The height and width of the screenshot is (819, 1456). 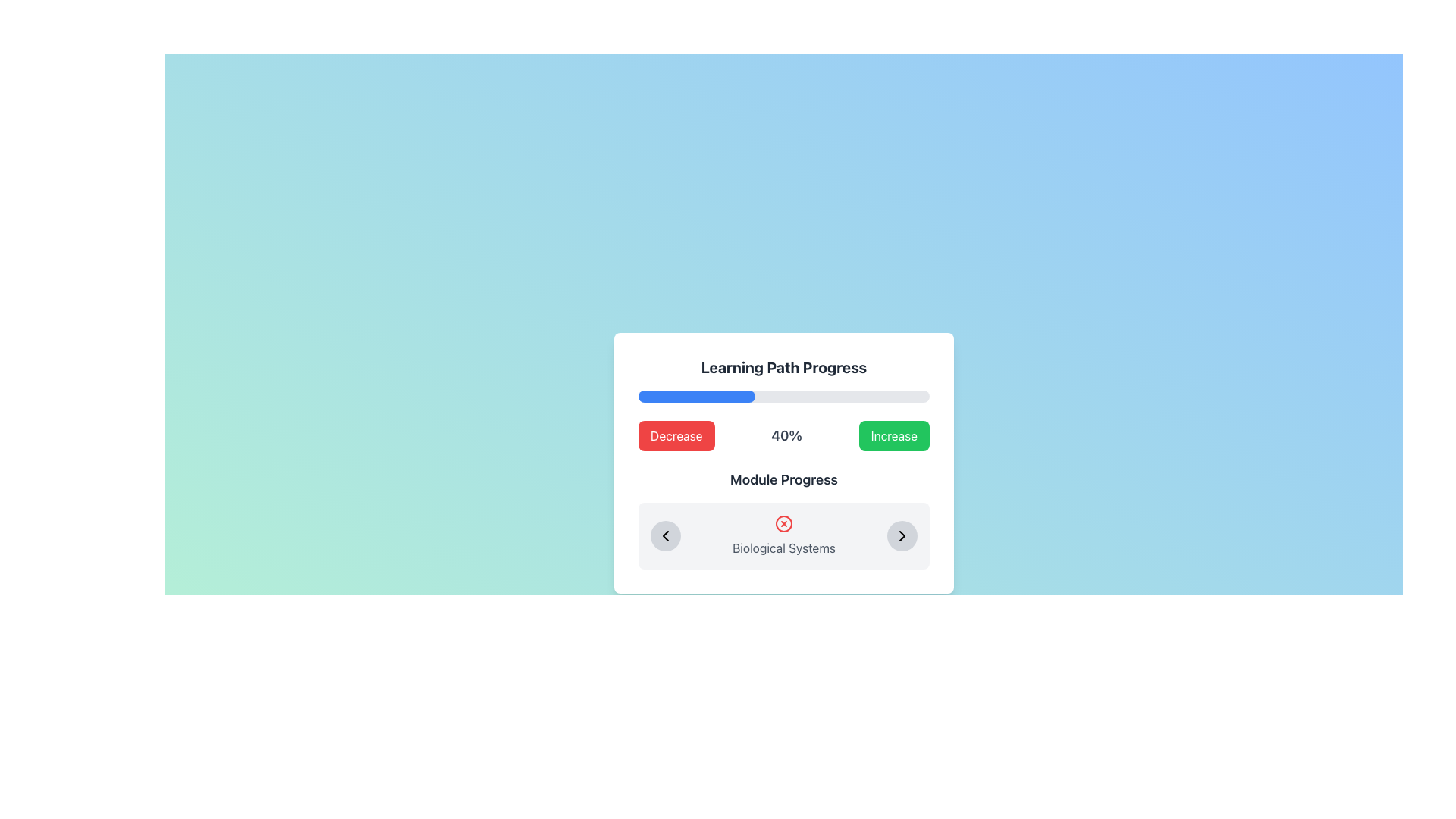 I want to click on the Chevron Right icon within the navigation button located on the far right of the Module Progress section, so click(x=902, y=535).